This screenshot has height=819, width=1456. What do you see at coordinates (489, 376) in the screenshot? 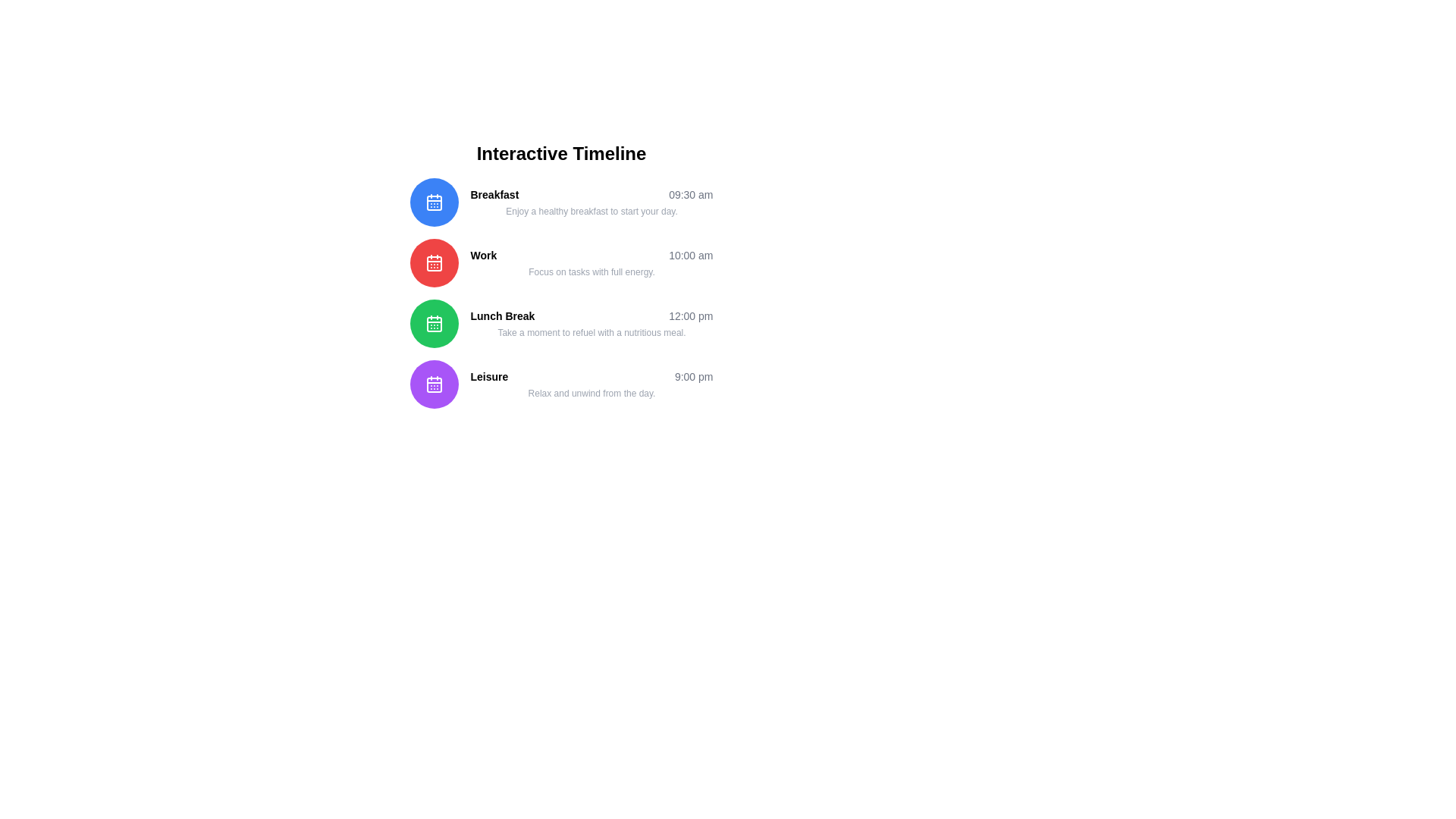
I see `the 'Leisure' text label, which serves as a concise identifier for a timeline event and is positioned adjacent to '9:00 pm' and aligned with the purple circular icon` at bounding box center [489, 376].